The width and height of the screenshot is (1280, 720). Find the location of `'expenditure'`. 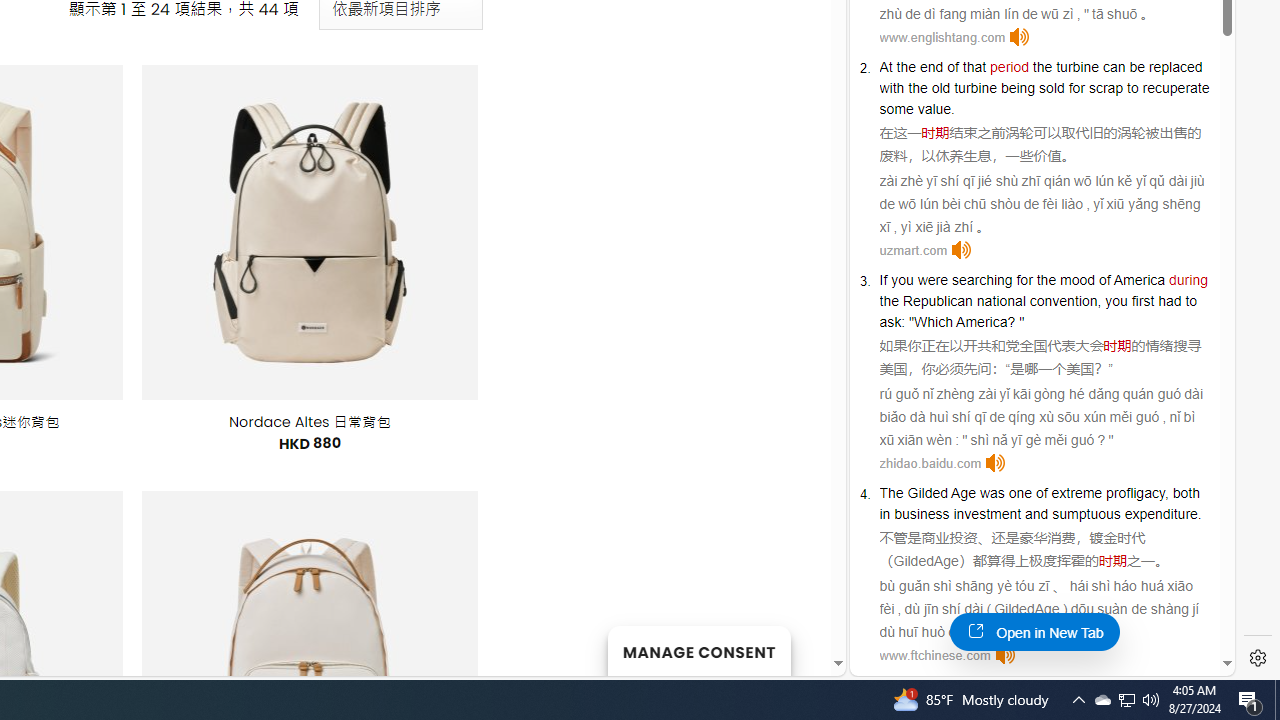

'expenditure' is located at coordinates (1160, 513).